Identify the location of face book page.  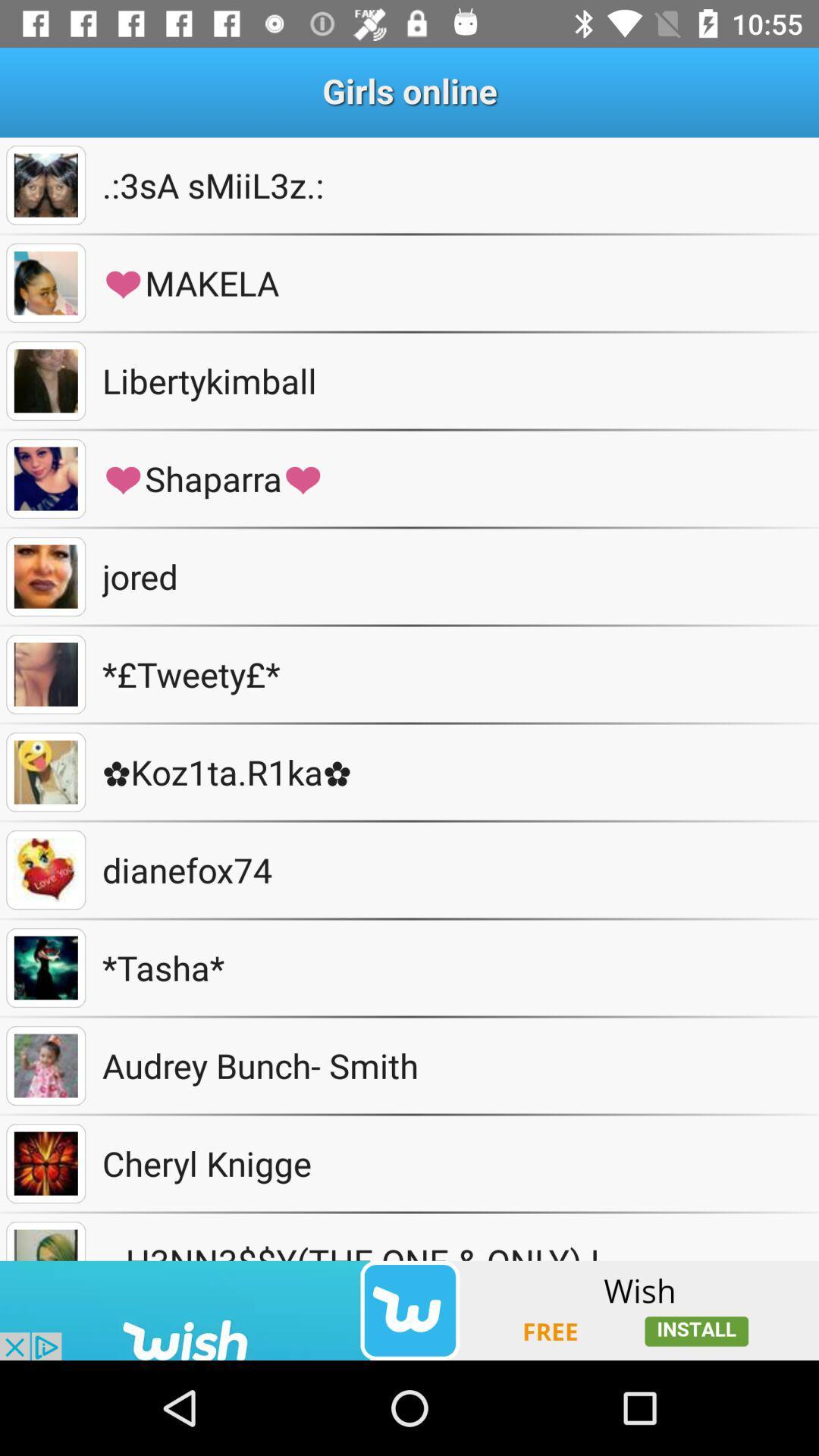
(45, 283).